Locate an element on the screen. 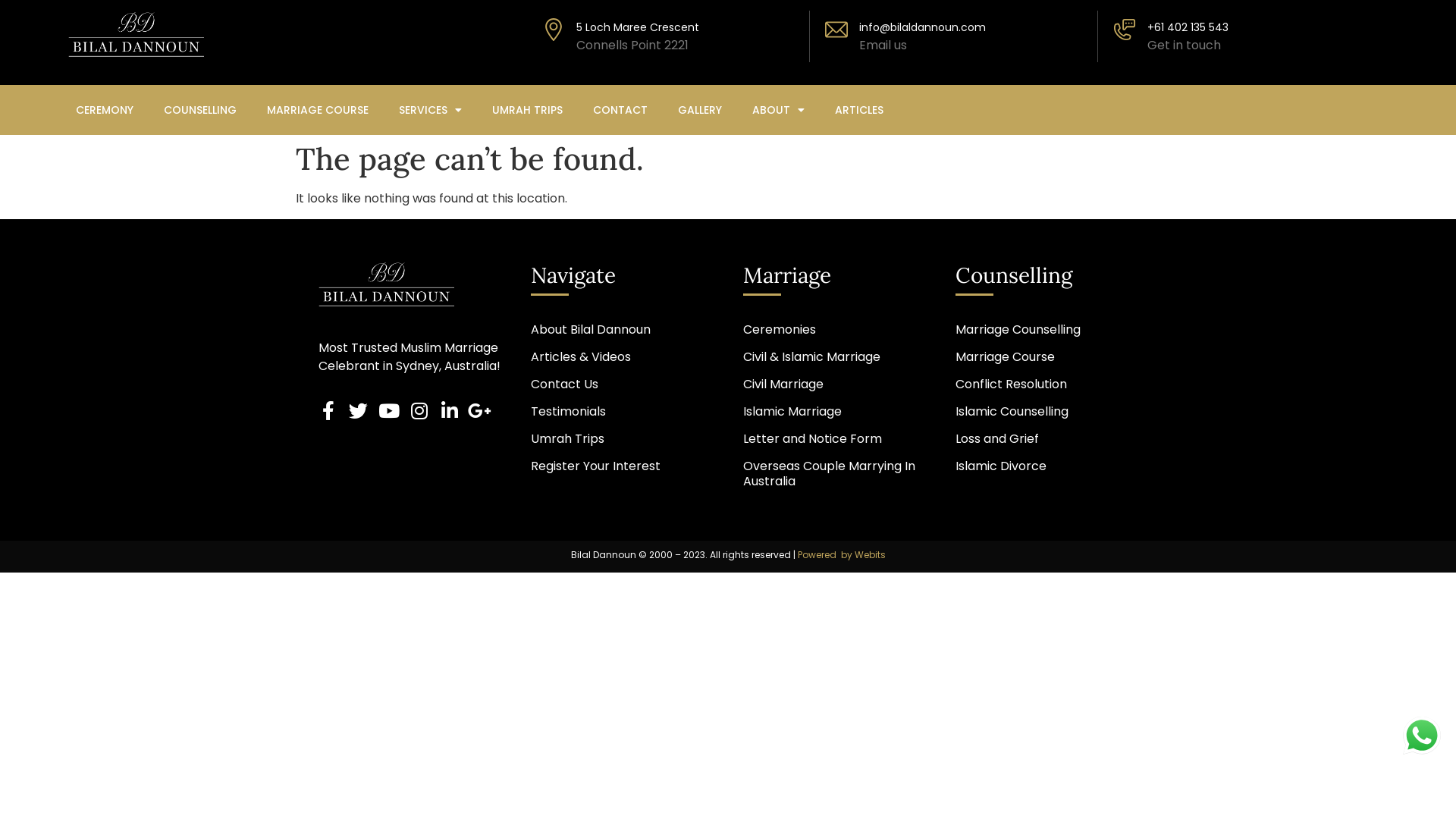 This screenshot has height=819, width=1456. 'About Bilal Dannoun' is located at coordinates (622, 329).